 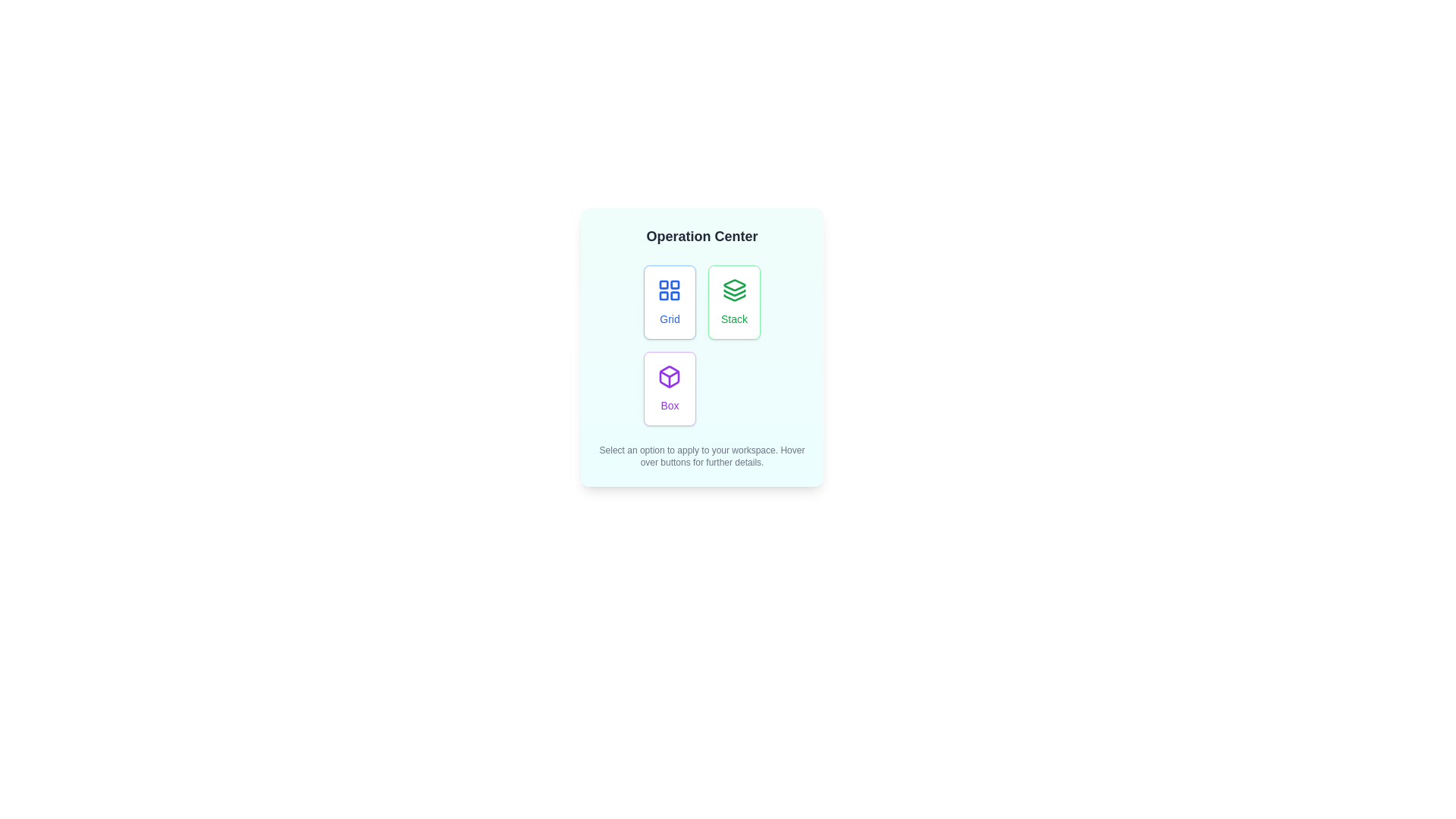 What do you see at coordinates (674, 296) in the screenshot?
I see `the Icon component located in the second cell of the second row of the 2x2 grid layout, which has a rounded rectangle shape` at bounding box center [674, 296].